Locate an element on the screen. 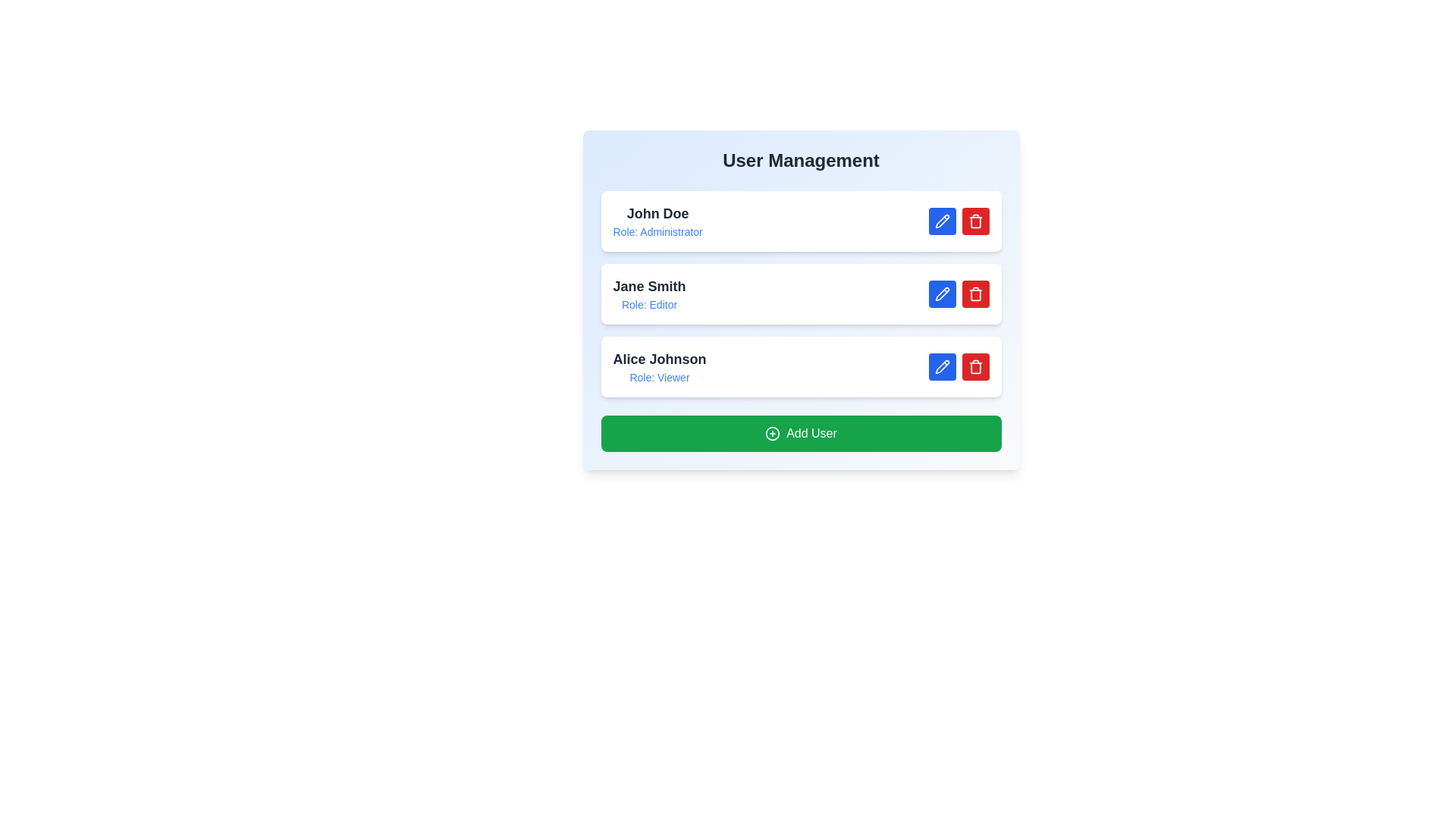  blue pencil button for the user Alice Johnson to edit their role is located at coordinates (941, 366).